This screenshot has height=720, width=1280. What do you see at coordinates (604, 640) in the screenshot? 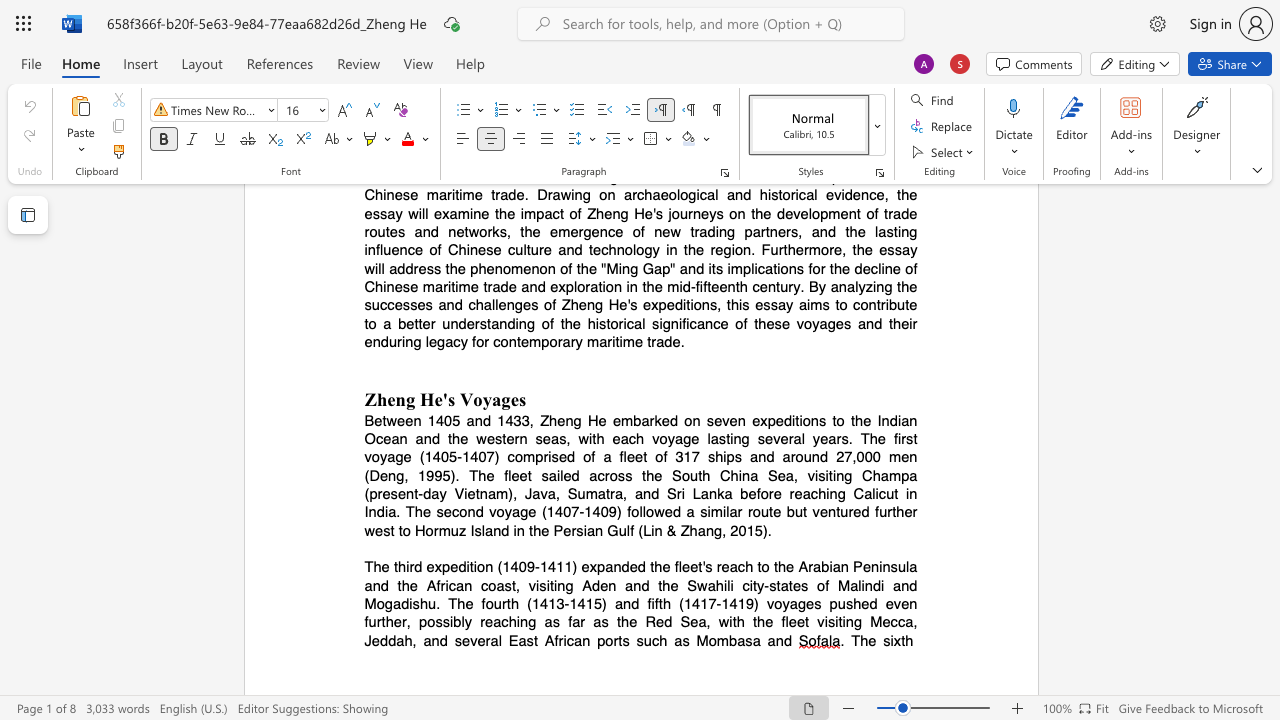
I see `the subset text "orts such as Mombasa" within the text "as far as the Red Sea, with the fleet visiting Mecca, Jeddah, and several East African ports such as Mombasa and"` at bounding box center [604, 640].